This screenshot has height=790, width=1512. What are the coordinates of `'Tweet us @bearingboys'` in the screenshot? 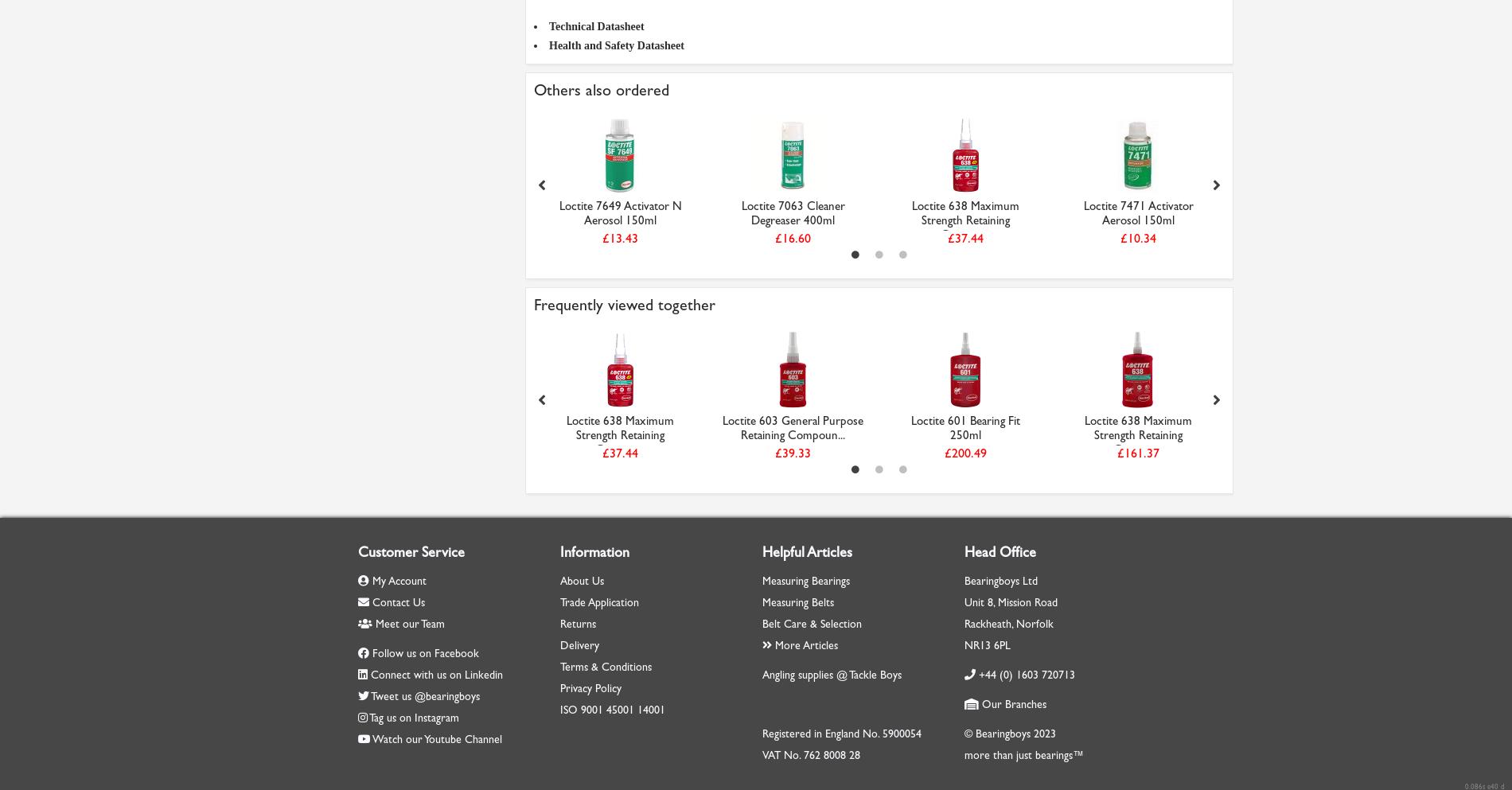 It's located at (425, 695).